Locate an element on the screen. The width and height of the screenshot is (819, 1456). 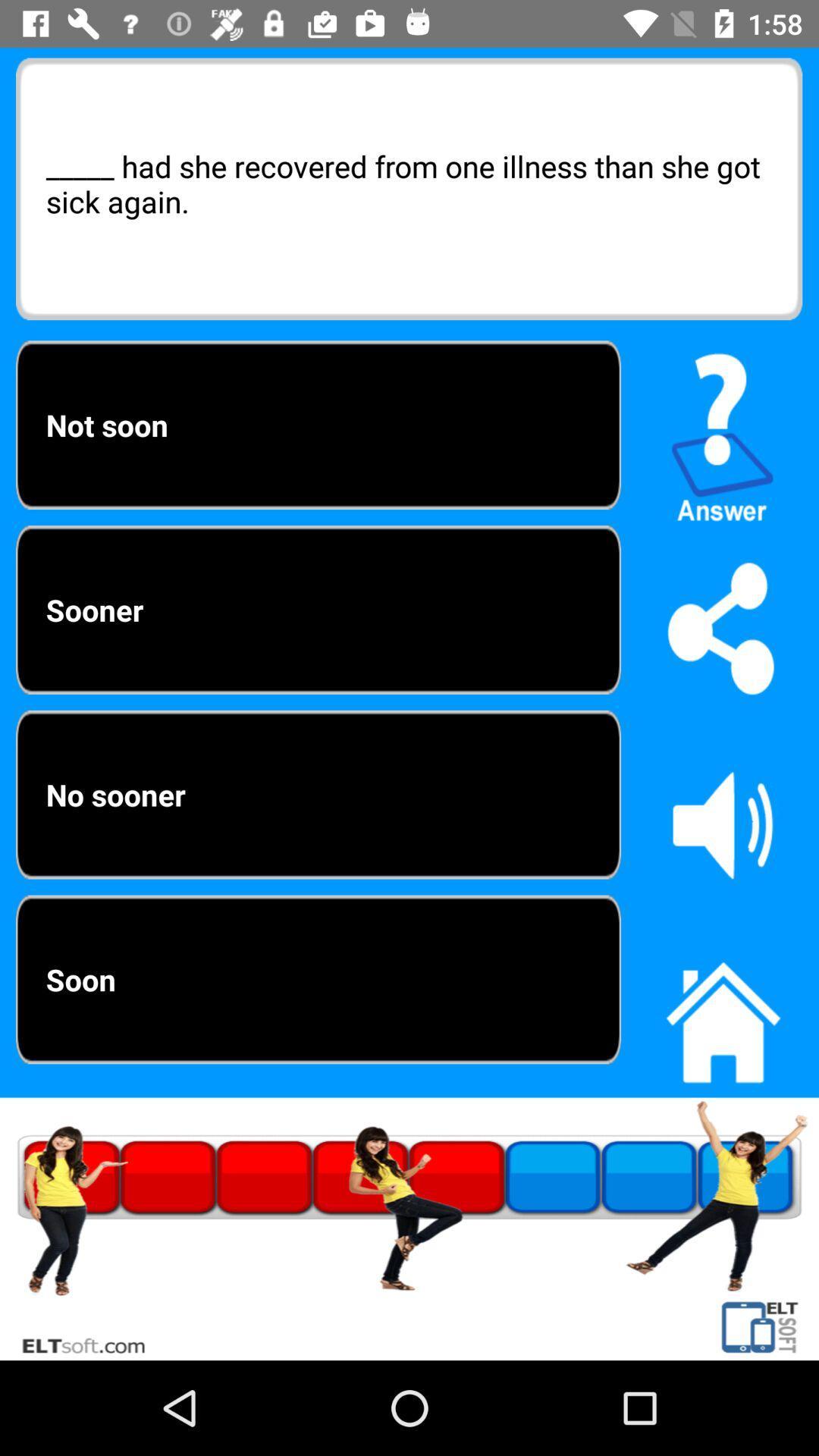
the not soon item is located at coordinates (318, 425).